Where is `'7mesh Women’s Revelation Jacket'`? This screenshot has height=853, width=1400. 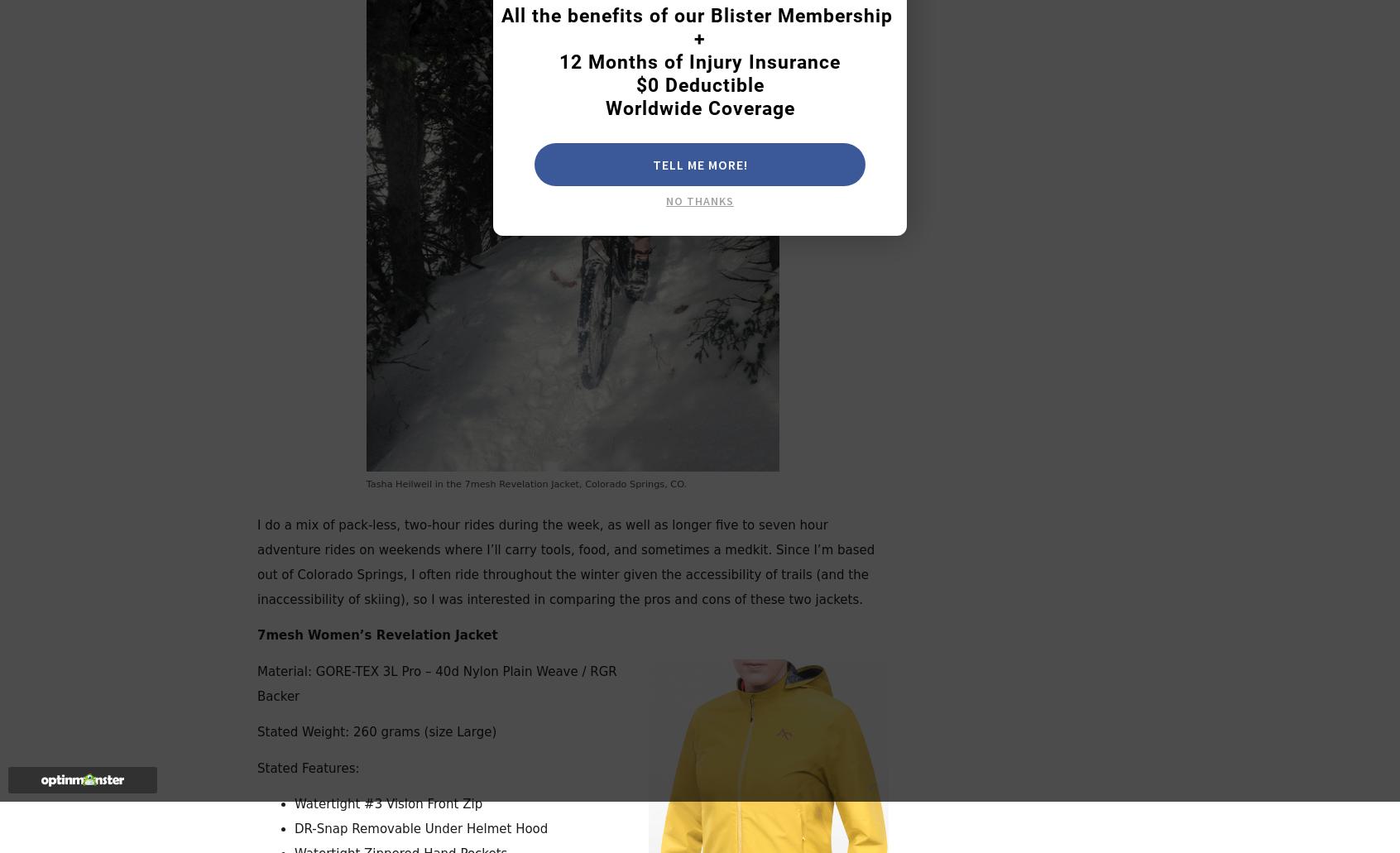
'7mesh Women’s Revelation Jacket' is located at coordinates (376, 634).